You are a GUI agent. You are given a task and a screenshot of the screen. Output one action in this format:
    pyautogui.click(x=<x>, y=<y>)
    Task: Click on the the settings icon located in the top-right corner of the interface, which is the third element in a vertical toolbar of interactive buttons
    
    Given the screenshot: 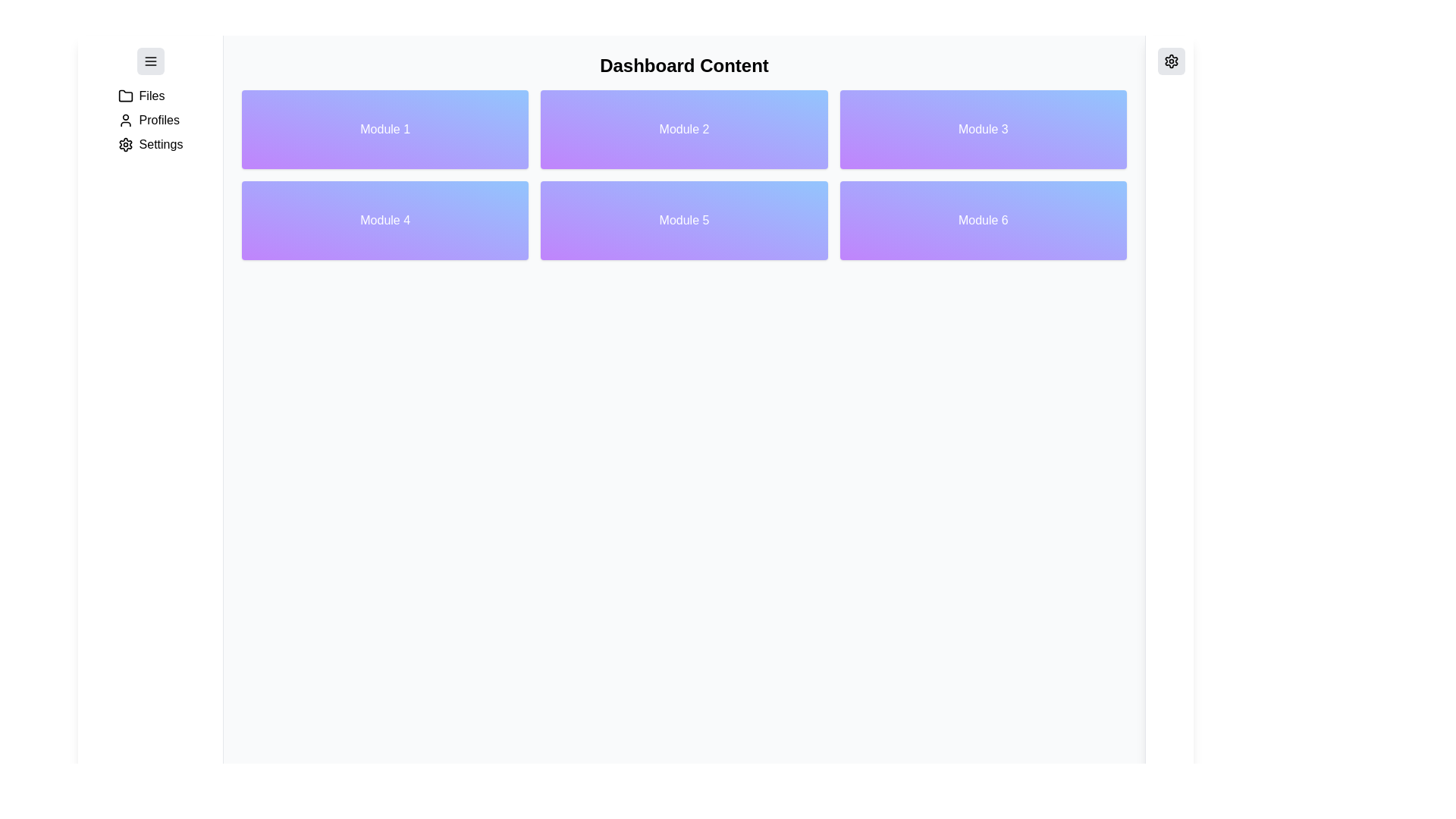 What is the action you would take?
    pyautogui.click(x=1171, y=61)
    